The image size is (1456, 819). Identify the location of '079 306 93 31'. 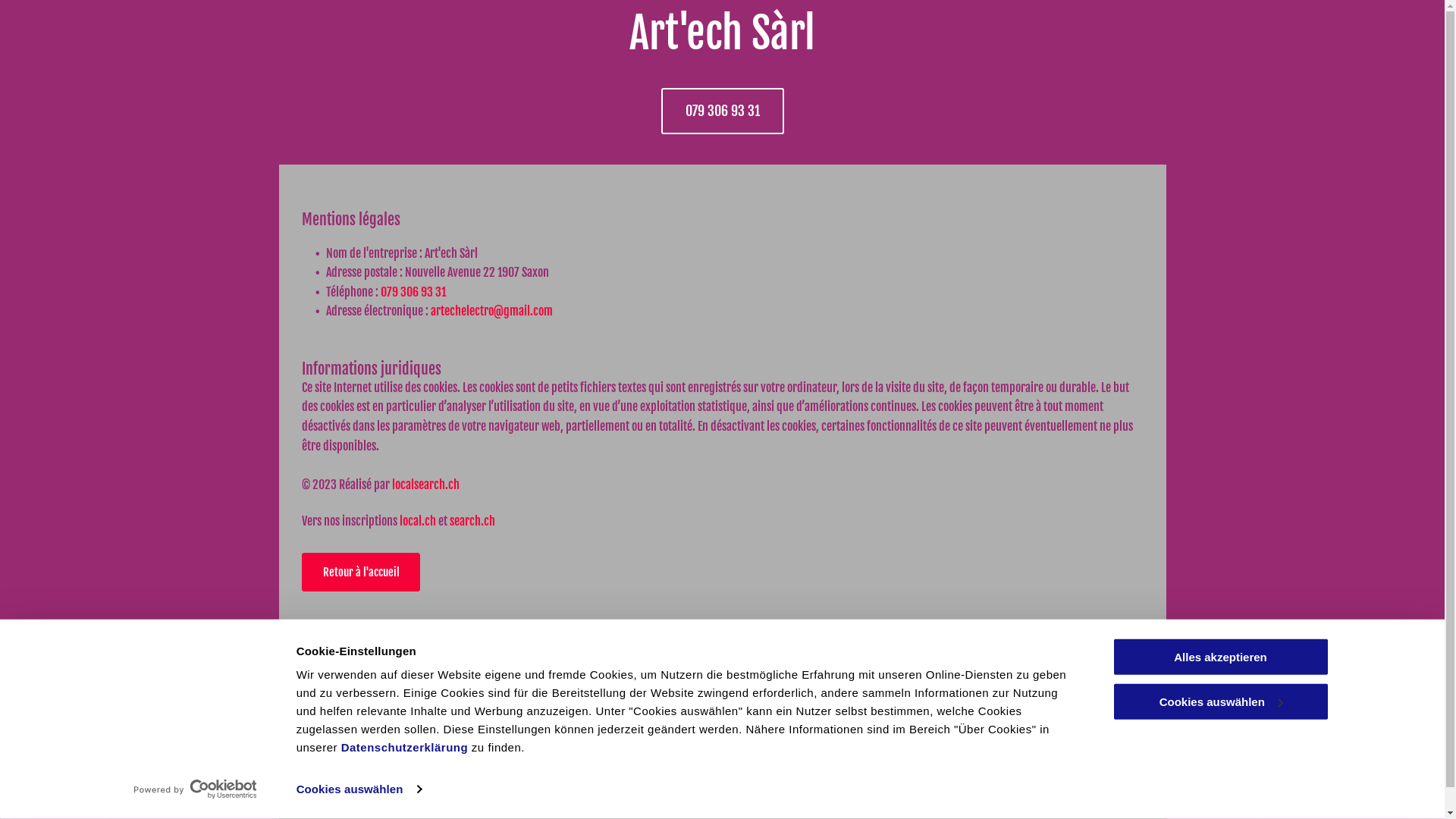
(381, 292).